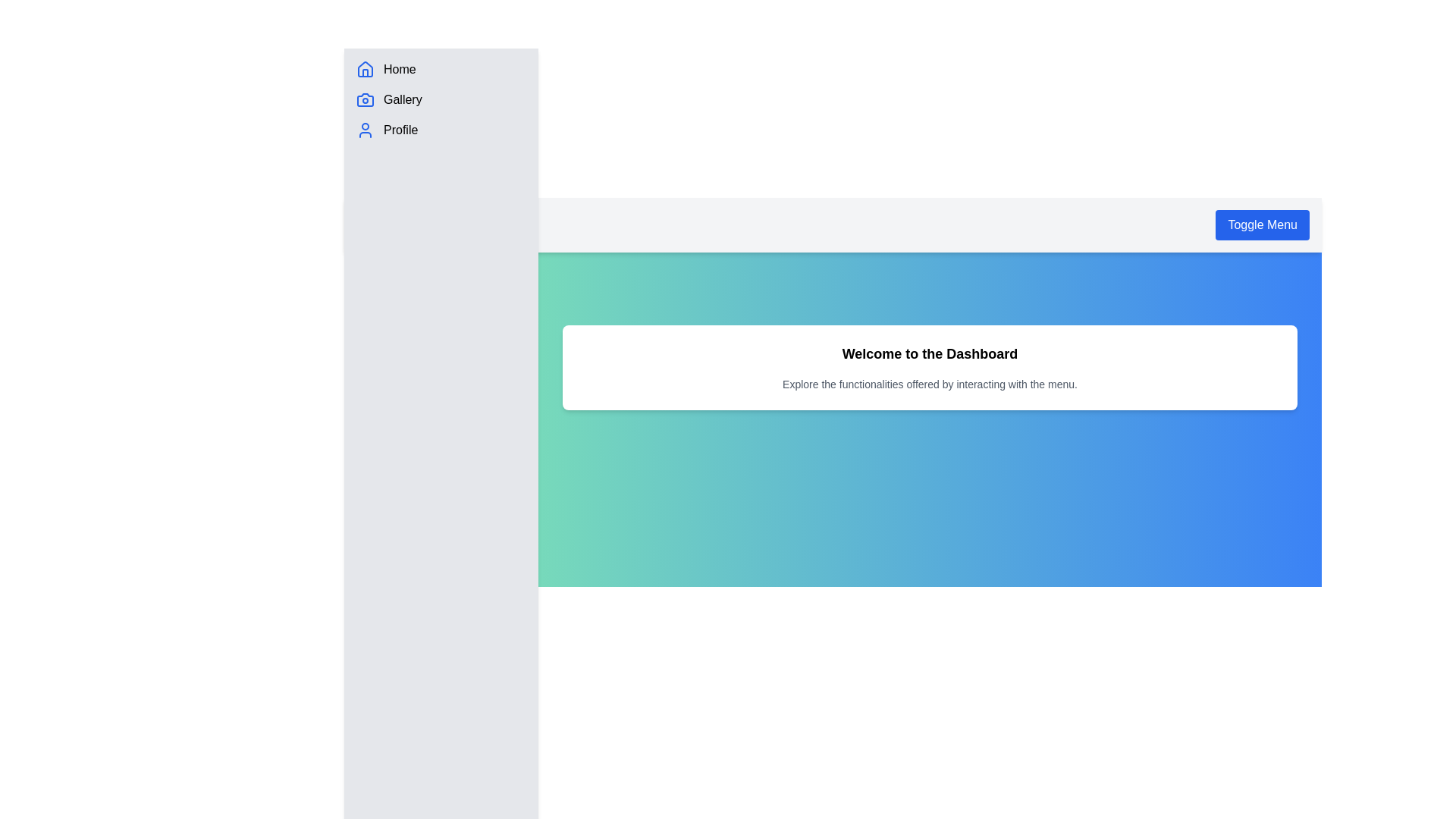 The image size is (1456, 819). Describe the element at coordinates (400, 130) in the screenshot. I see `the 'Profile' text label in the vertical menu, which is located below the 'Gallery' item and next to a user icon` at that location.